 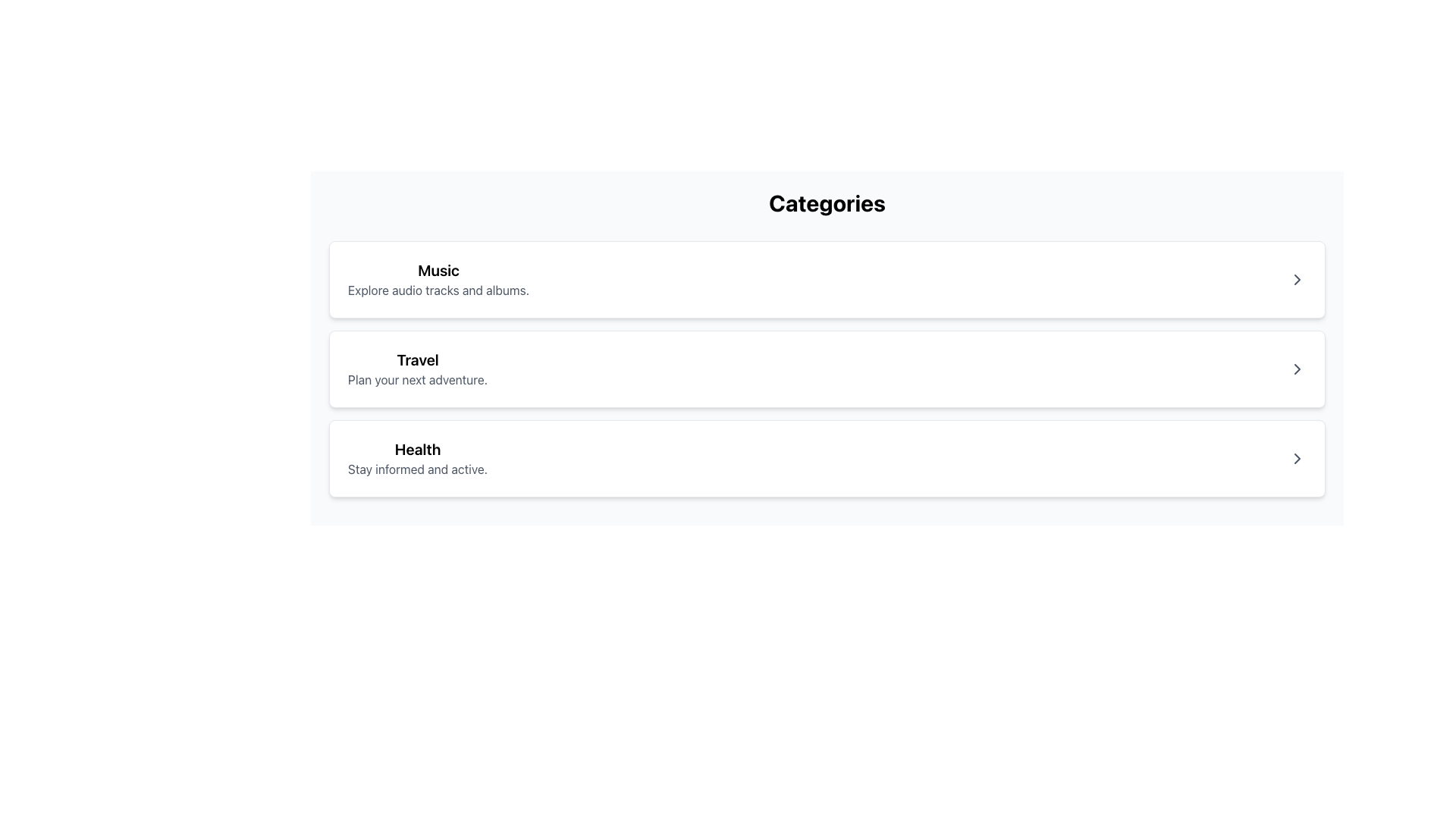 What do you see at coordinates (418, 468) in the screenshot?
I see `the secondary text label located beneath the 'Health' text in the third card of the vertical list of cards` at bounding box center [418, 468].